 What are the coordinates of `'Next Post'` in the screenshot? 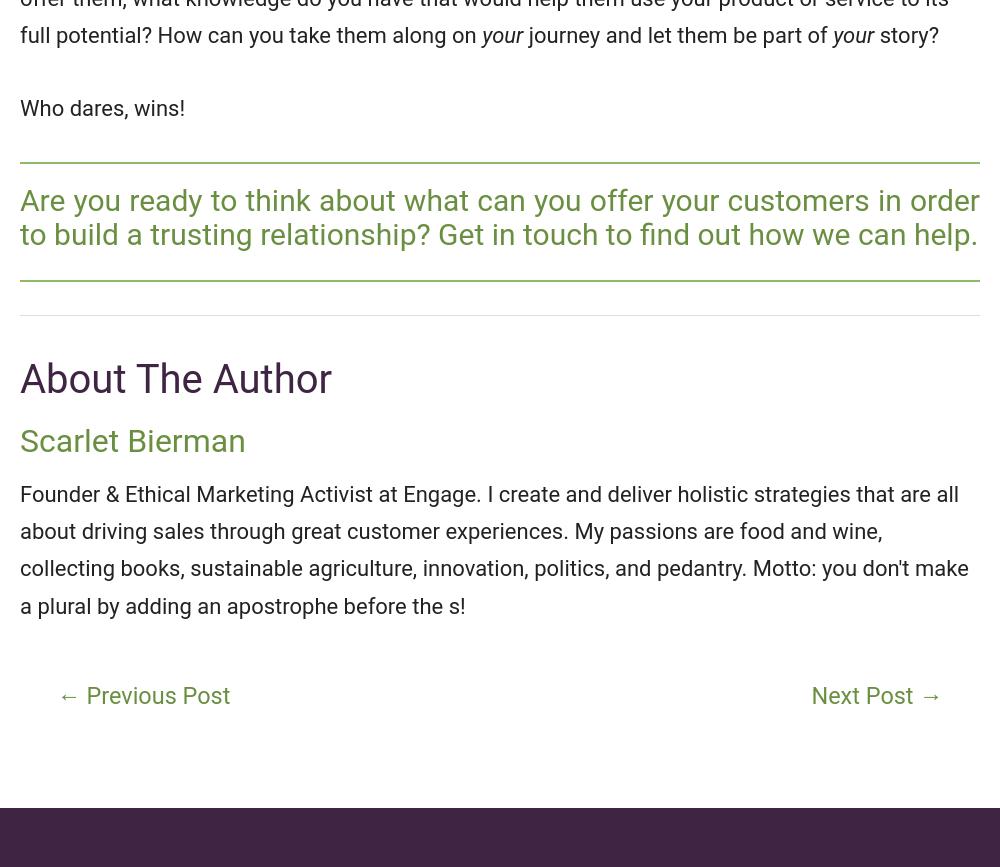 It's located at (864, 695).